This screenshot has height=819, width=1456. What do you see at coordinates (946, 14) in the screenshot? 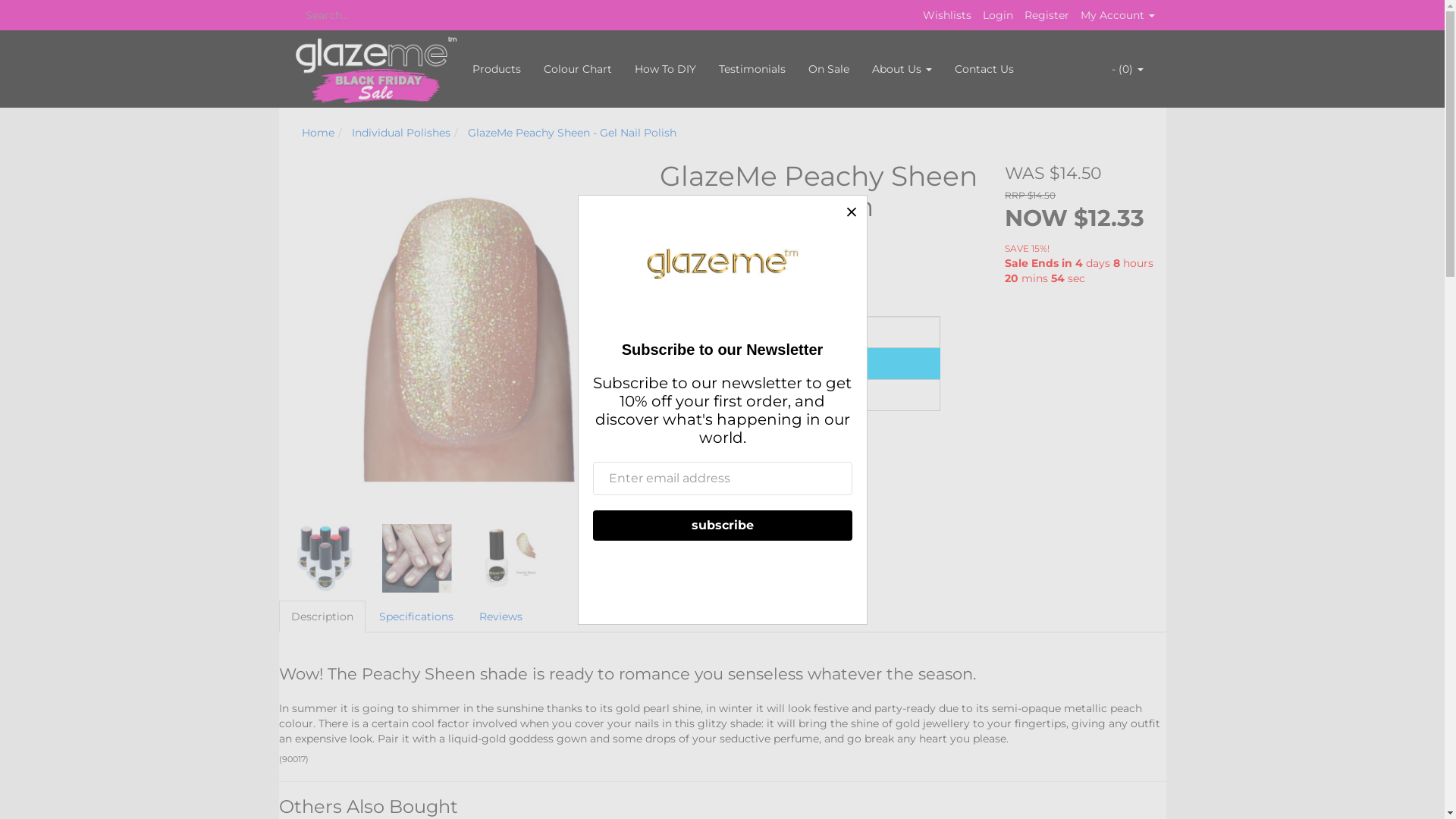
I see `'Wishlists'` at bounding box center [946, 14].